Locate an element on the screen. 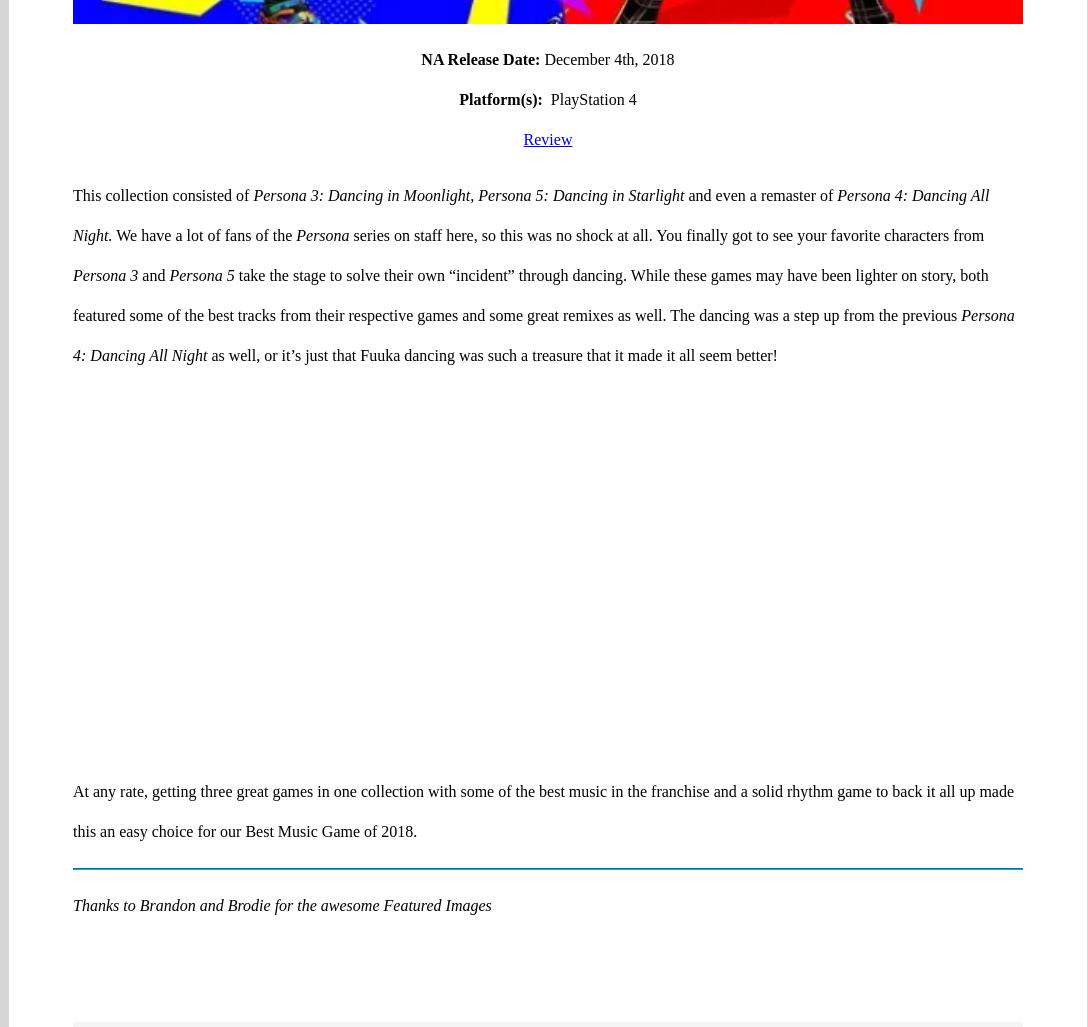 This screenshot has width=1088, height=1027. 'Persona 5' is located at coordinates (200, 196).